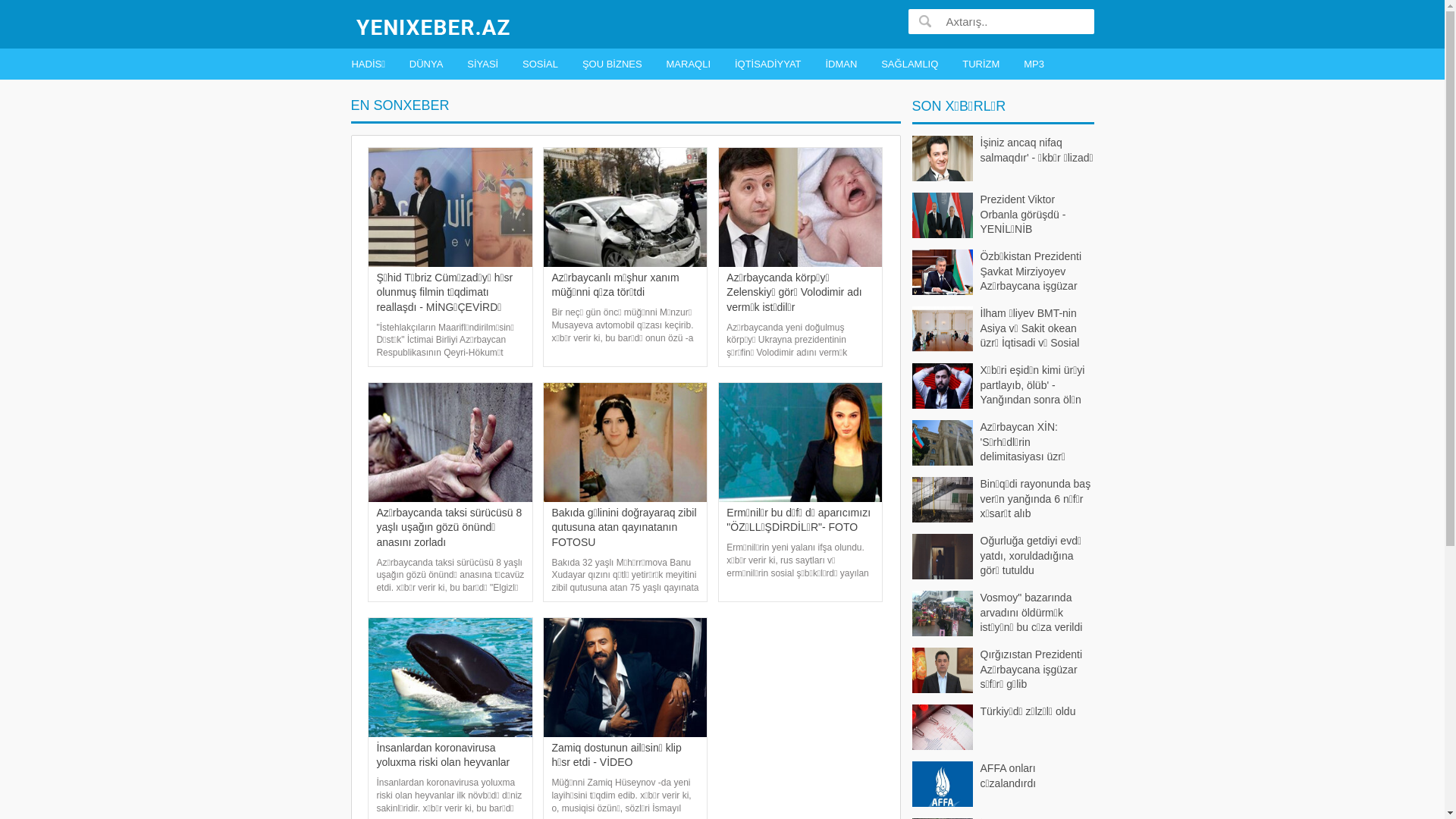  I want to click on 'MARAQLI', so click(688, 63).